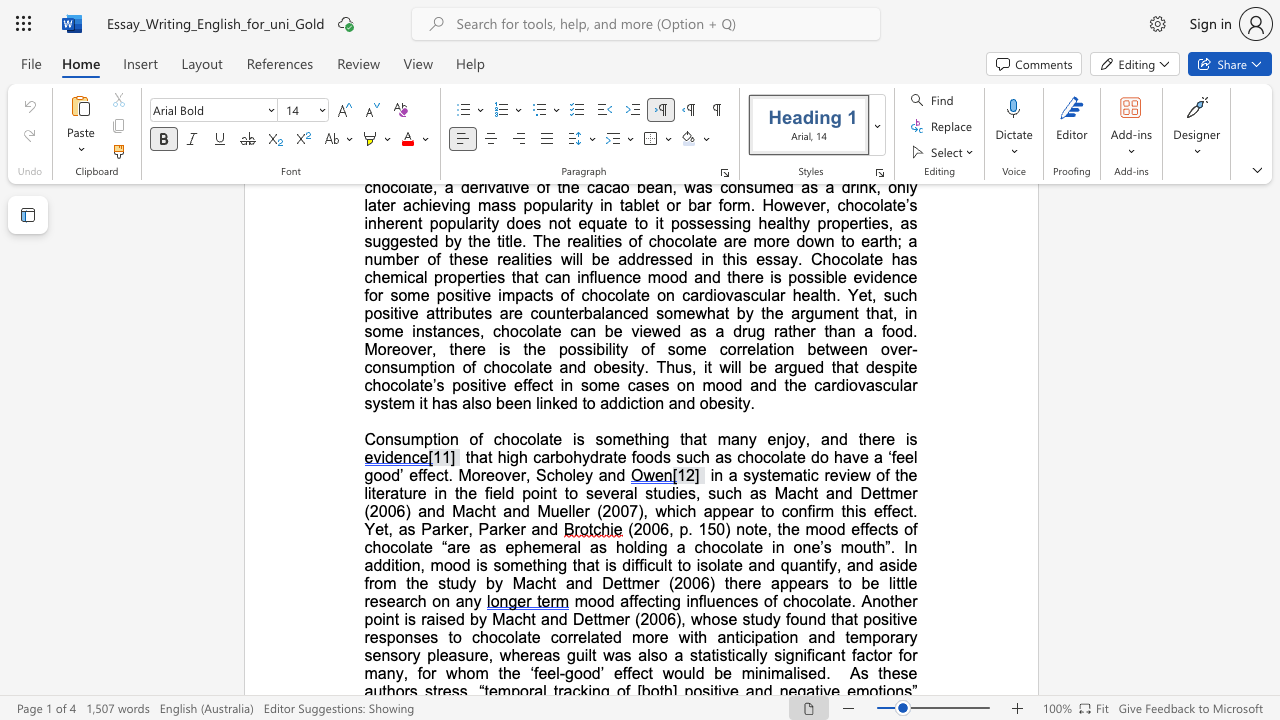 The image size is (1280, 720). I want to click on the subset text "ppear to co" within the text "appear to confirm", so click(712, 510).